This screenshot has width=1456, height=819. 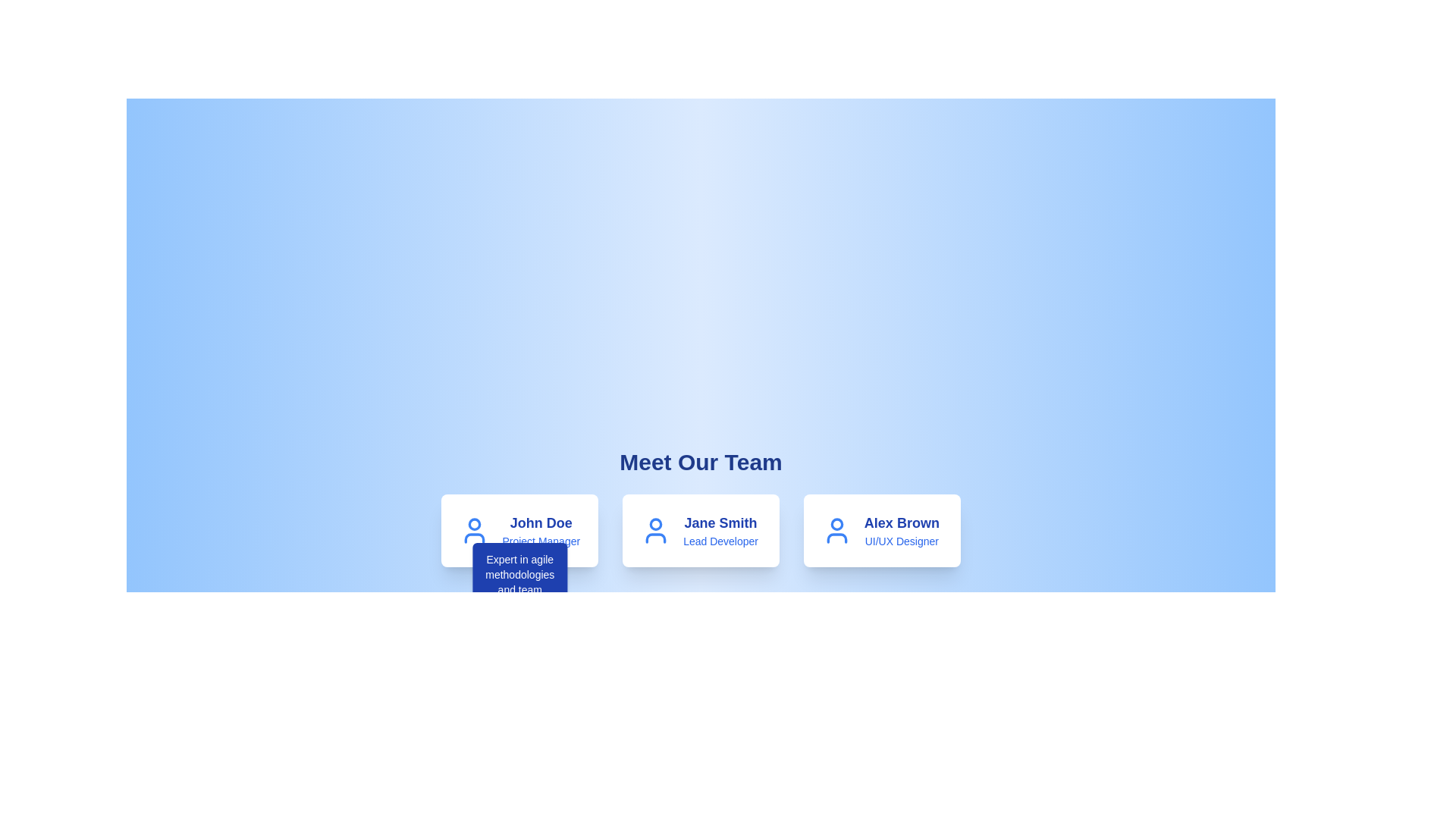 I want to click on the text label displaying 'Jane Smith' which identifies the individual associated with the card in the 'Meet Our Team' section, so click(x=720, y=522).